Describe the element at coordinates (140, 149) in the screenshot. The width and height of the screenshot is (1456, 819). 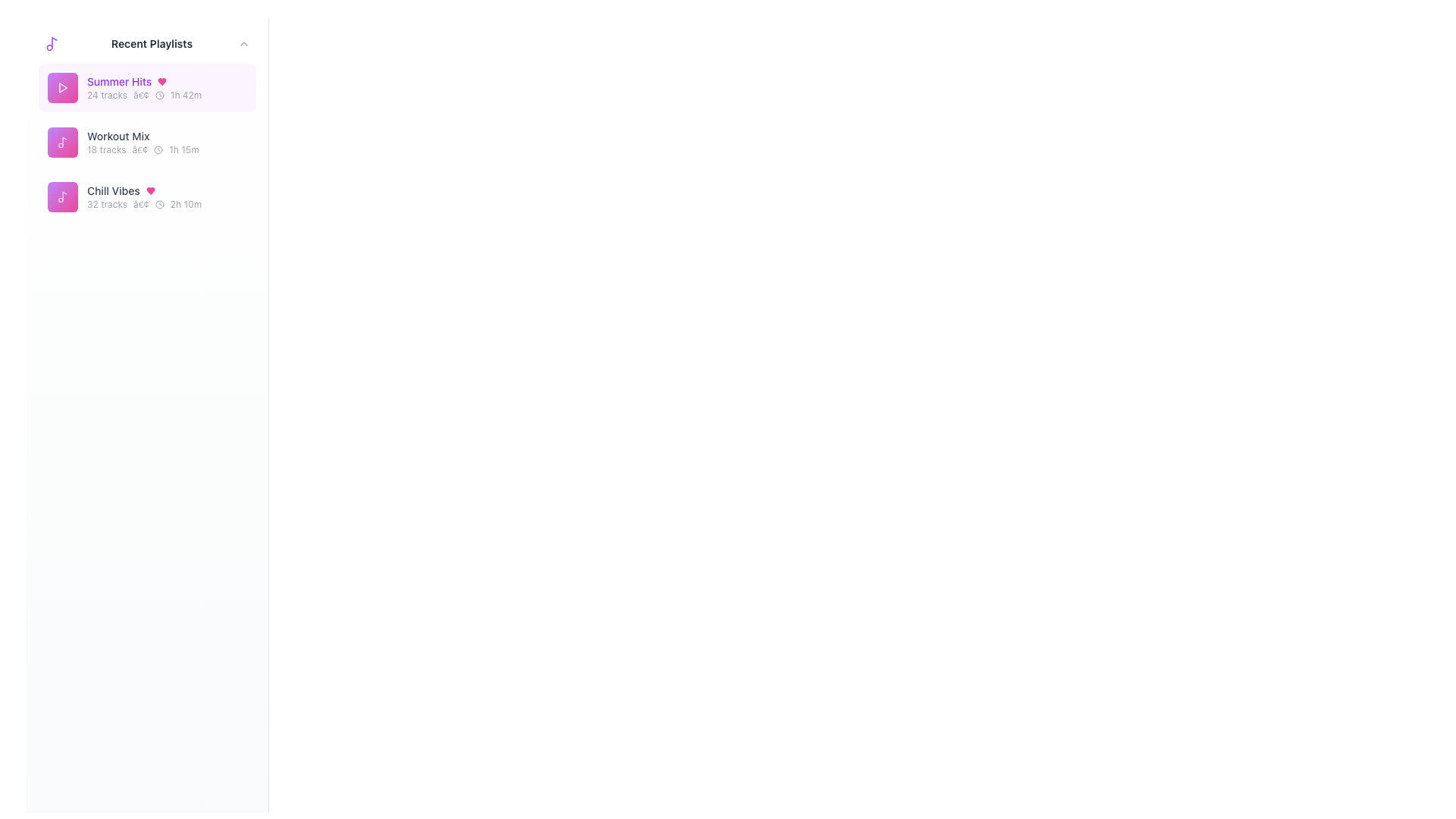
I see `the textual indicator or bullet point that separates the '18 tracks' label and the clock icon in the second playlist entry` at that location.